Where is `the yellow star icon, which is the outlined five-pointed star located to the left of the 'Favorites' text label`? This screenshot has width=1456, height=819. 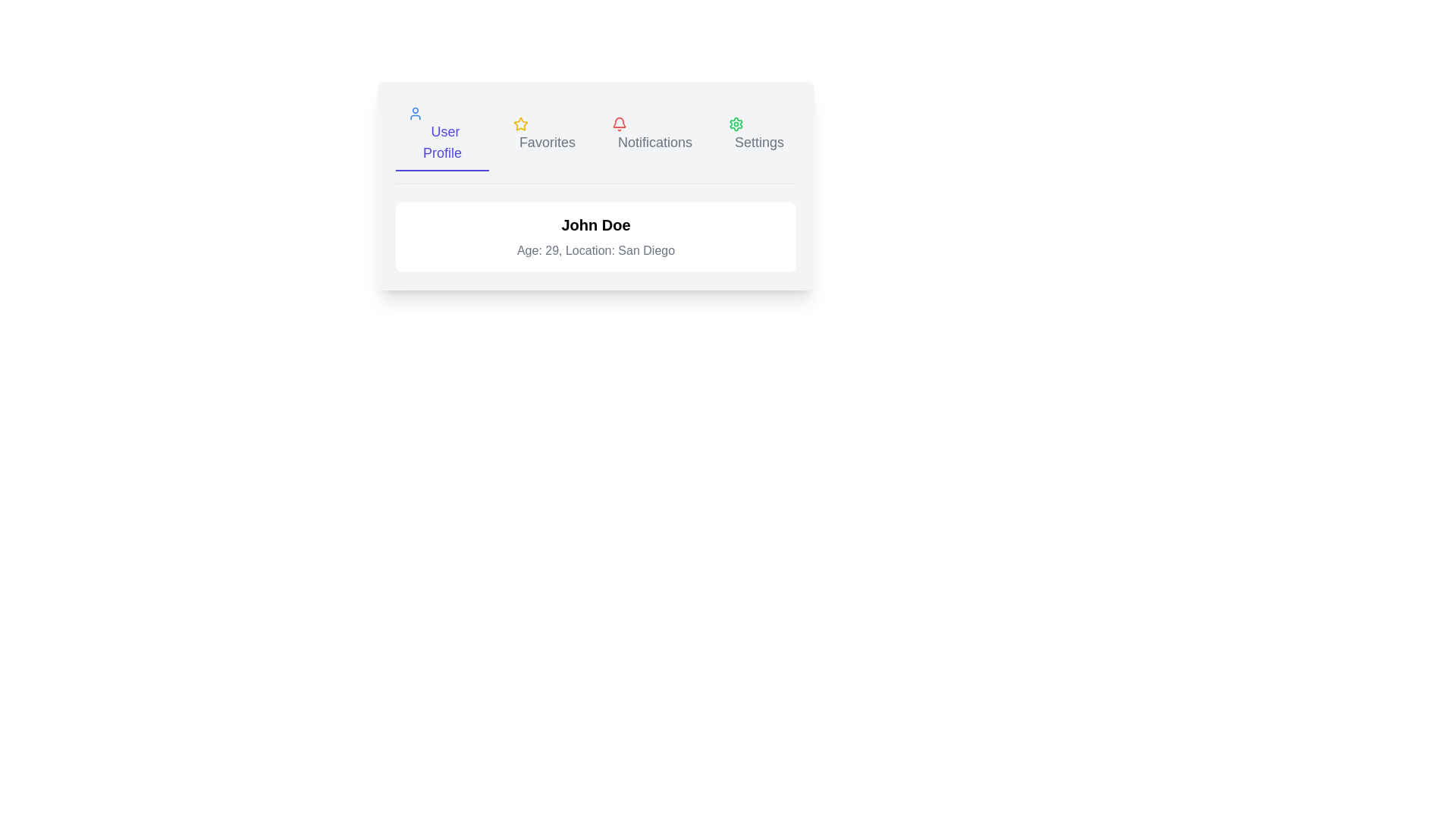 the yellow star icon, which is the outlined five-pointed star located to the left of the 'Favorites' text label is located at coordinates (520, 124).